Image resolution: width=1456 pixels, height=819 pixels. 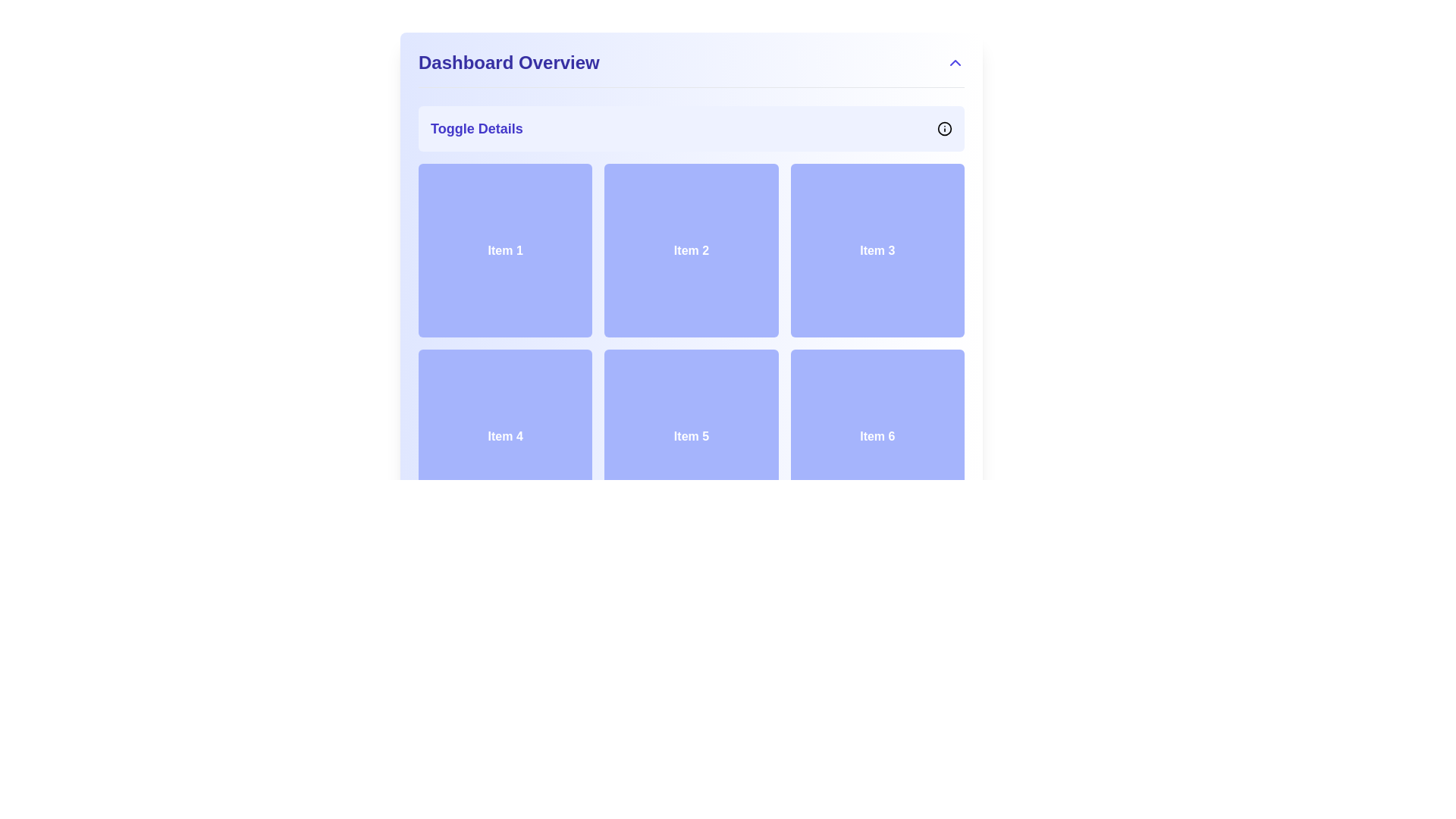 I want to click on the indigo chevron icon located at the top-right corner of the 'Dashboard Overview' header, so click(x=954, y=62).